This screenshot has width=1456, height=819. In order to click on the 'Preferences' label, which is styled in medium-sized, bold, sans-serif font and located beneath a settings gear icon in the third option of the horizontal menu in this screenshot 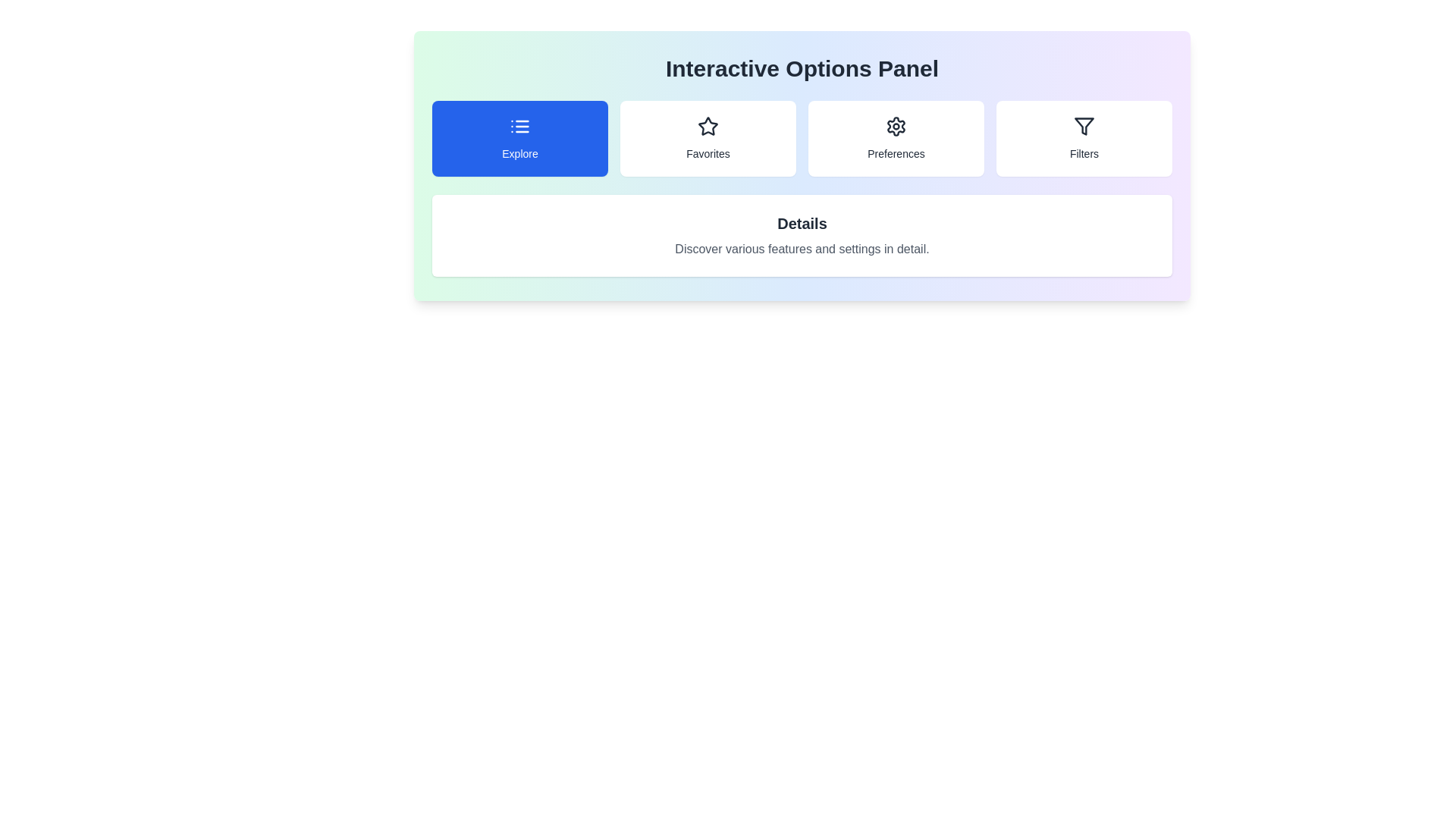, I will do `click(896, 154)`.